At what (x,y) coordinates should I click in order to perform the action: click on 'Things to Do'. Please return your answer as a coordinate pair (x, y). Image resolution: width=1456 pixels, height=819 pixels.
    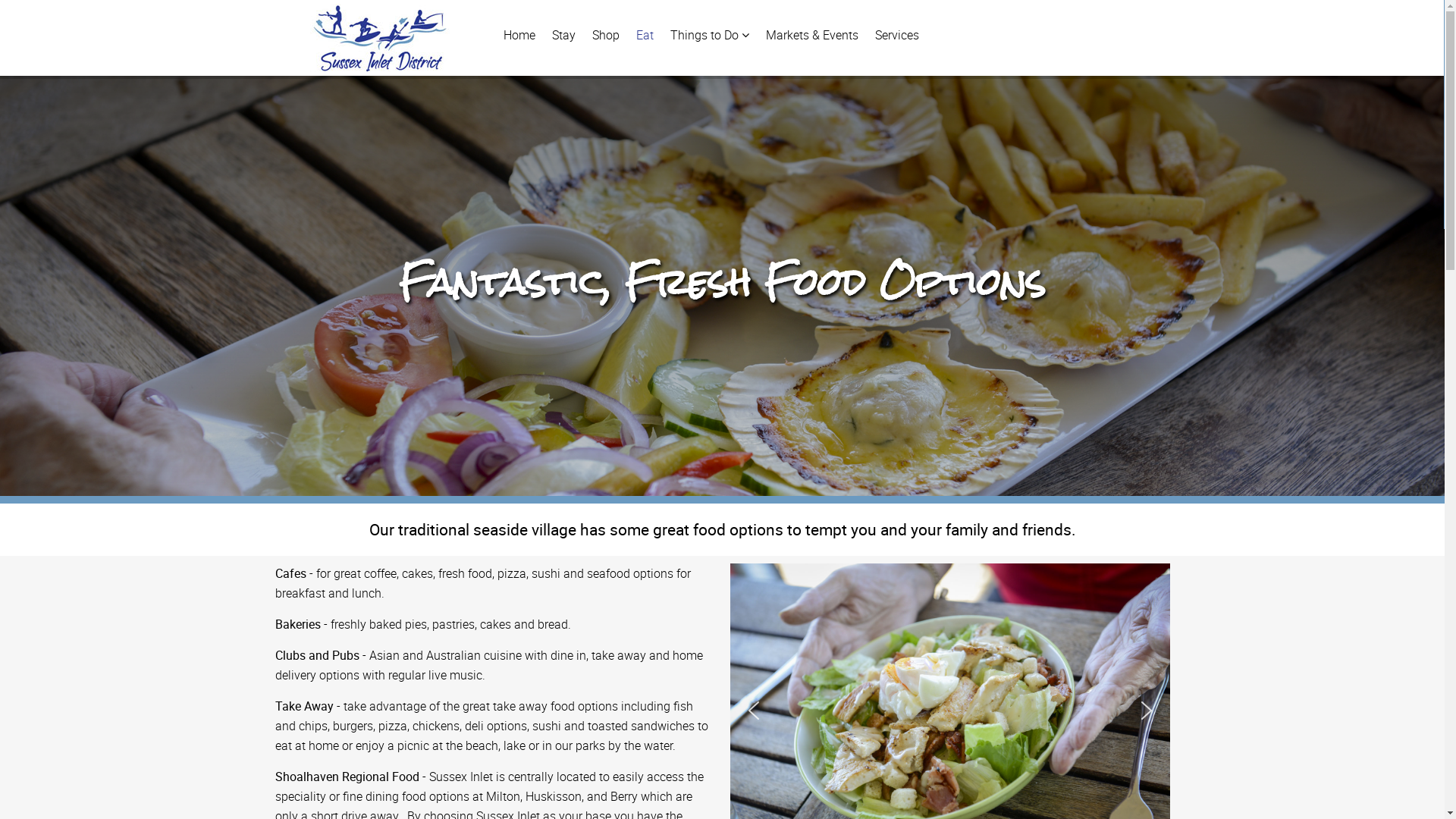
    Looking at the image, I should click on (709, 34).